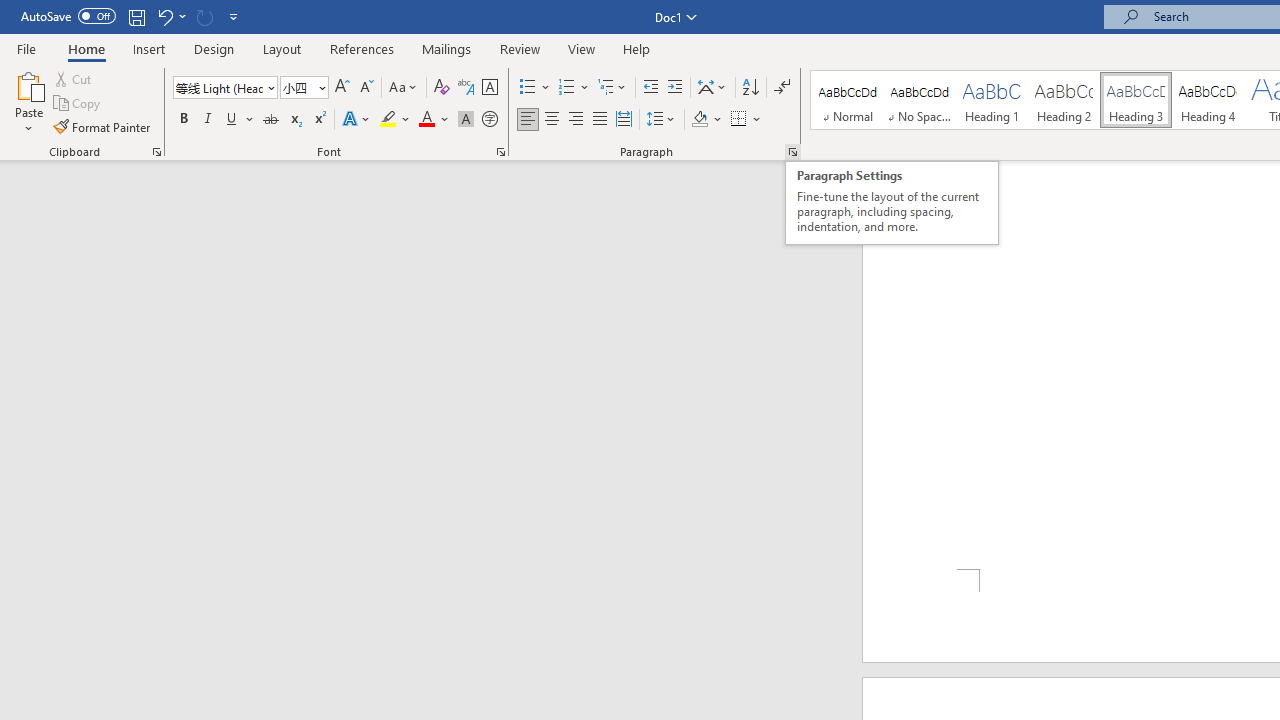 The width and height of the screenshot is (1280, 720). What do you see at coordinates (992, 100) in the screenshot?
I see `'Heading 1'` at bounding box center [992, 100].